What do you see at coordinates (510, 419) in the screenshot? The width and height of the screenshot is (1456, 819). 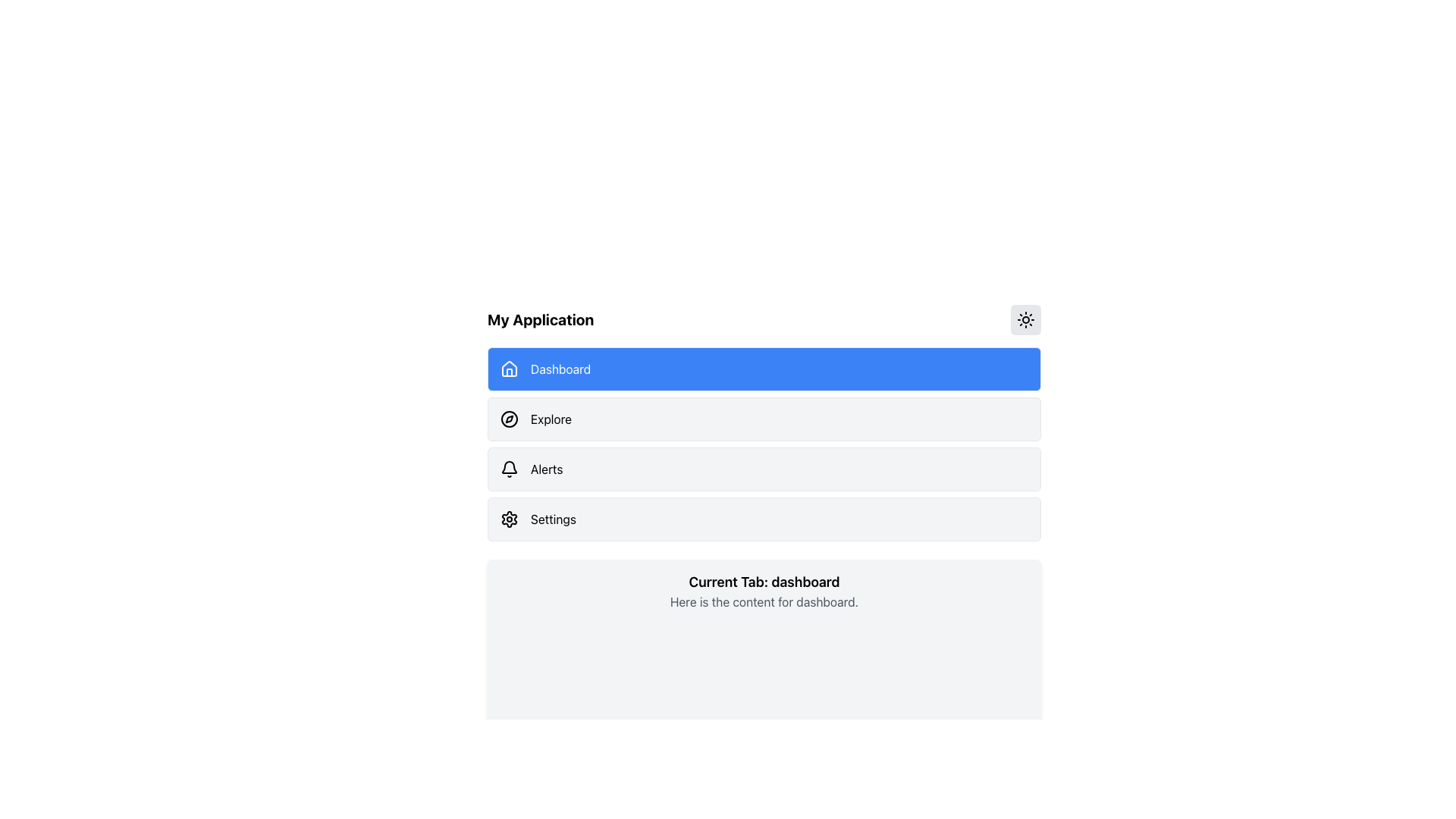 I see `the compass icon located inside the 'Explore' button, which is the second button in a vertical list, positioned to the immediate right of the panel boundary` at bounding box center [510, 419].